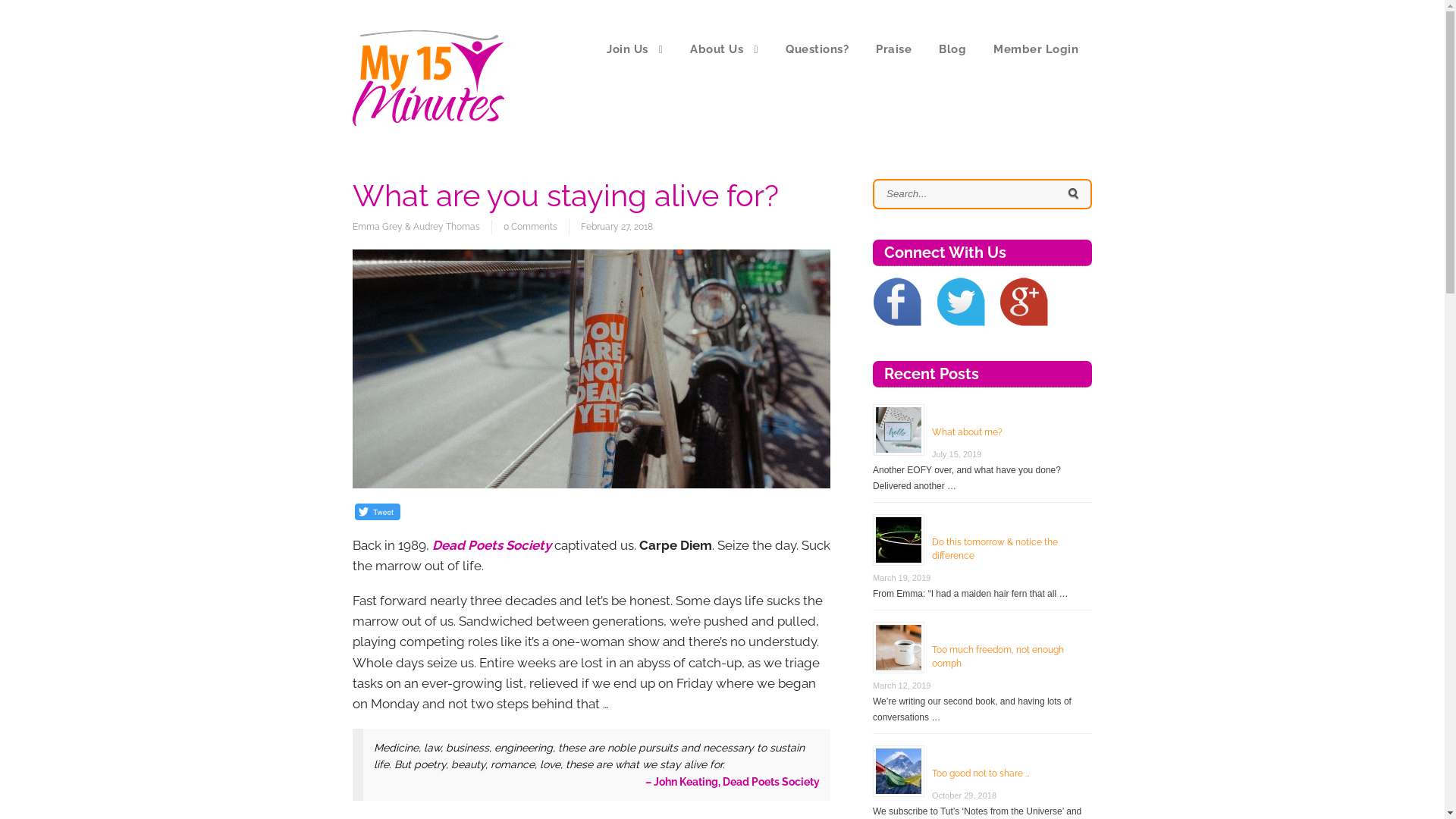  Describe the element at coordinates (997, 656) in the screenshot. I see `'Too much freedom, not enough oomph'` at that location.